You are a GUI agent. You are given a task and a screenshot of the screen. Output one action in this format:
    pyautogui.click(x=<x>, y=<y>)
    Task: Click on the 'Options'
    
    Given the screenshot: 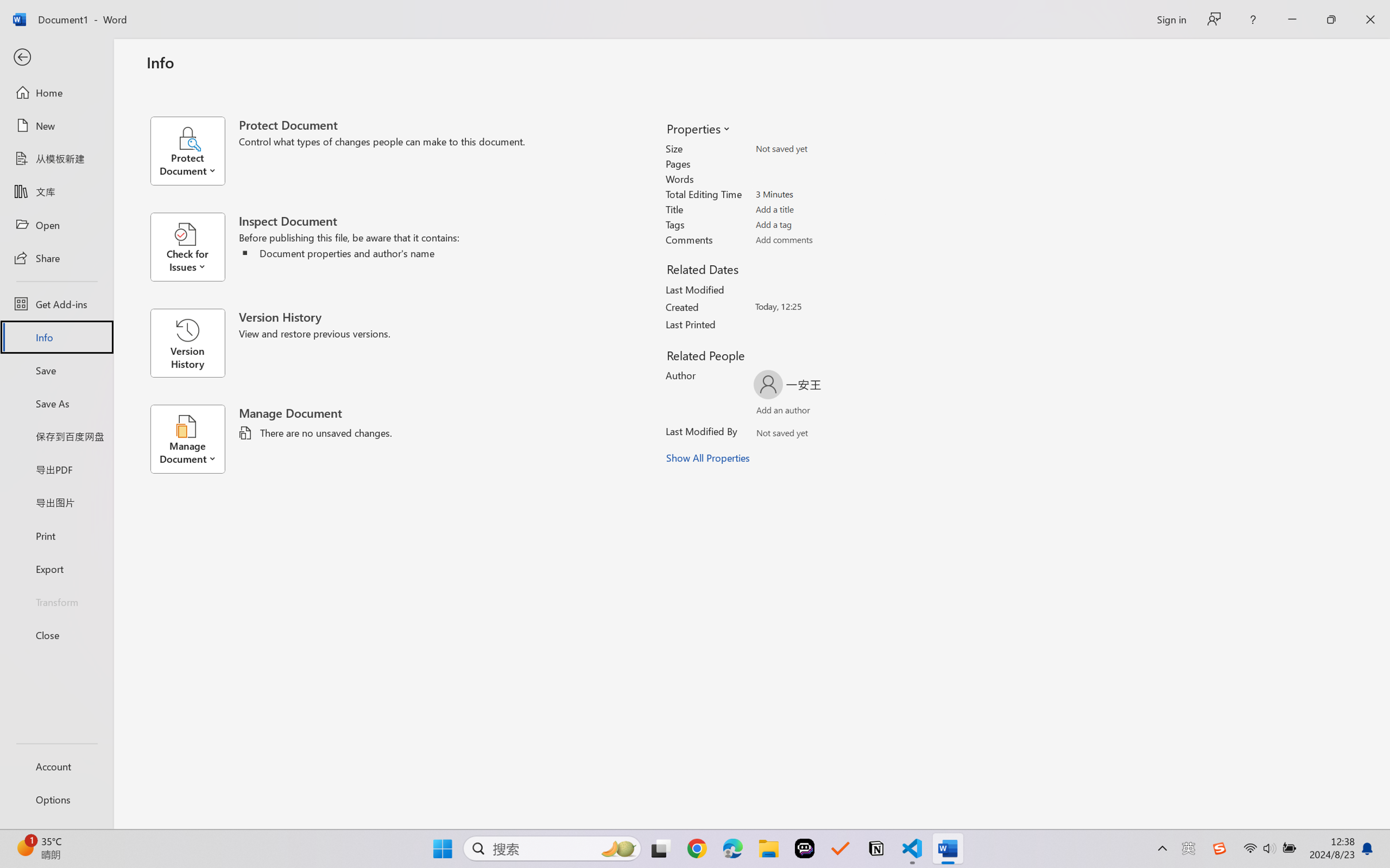 What is the action you would take?
    pyautogui.click(x=56, y=799)
    